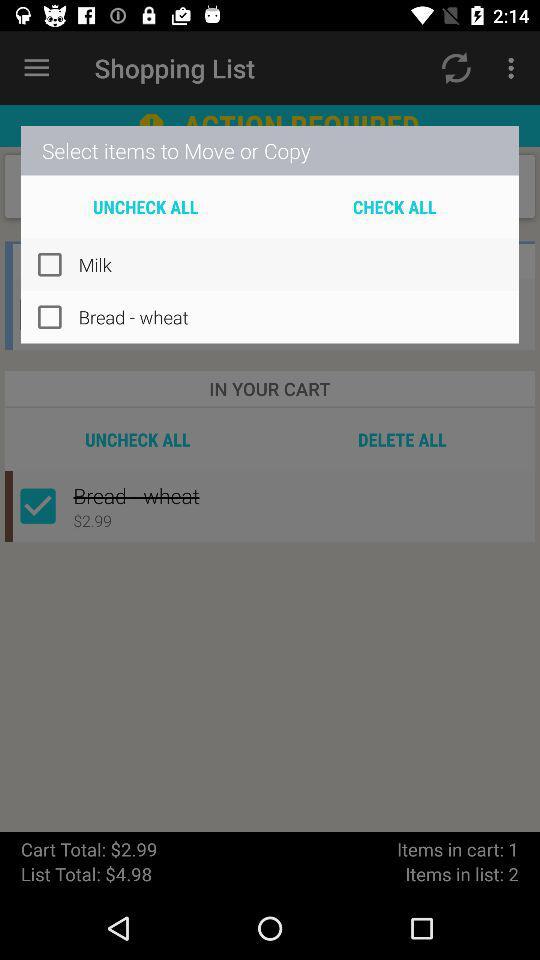  Describe the element at coordinates (394, 206) in the screenshot. I see `the check all item` at that location.